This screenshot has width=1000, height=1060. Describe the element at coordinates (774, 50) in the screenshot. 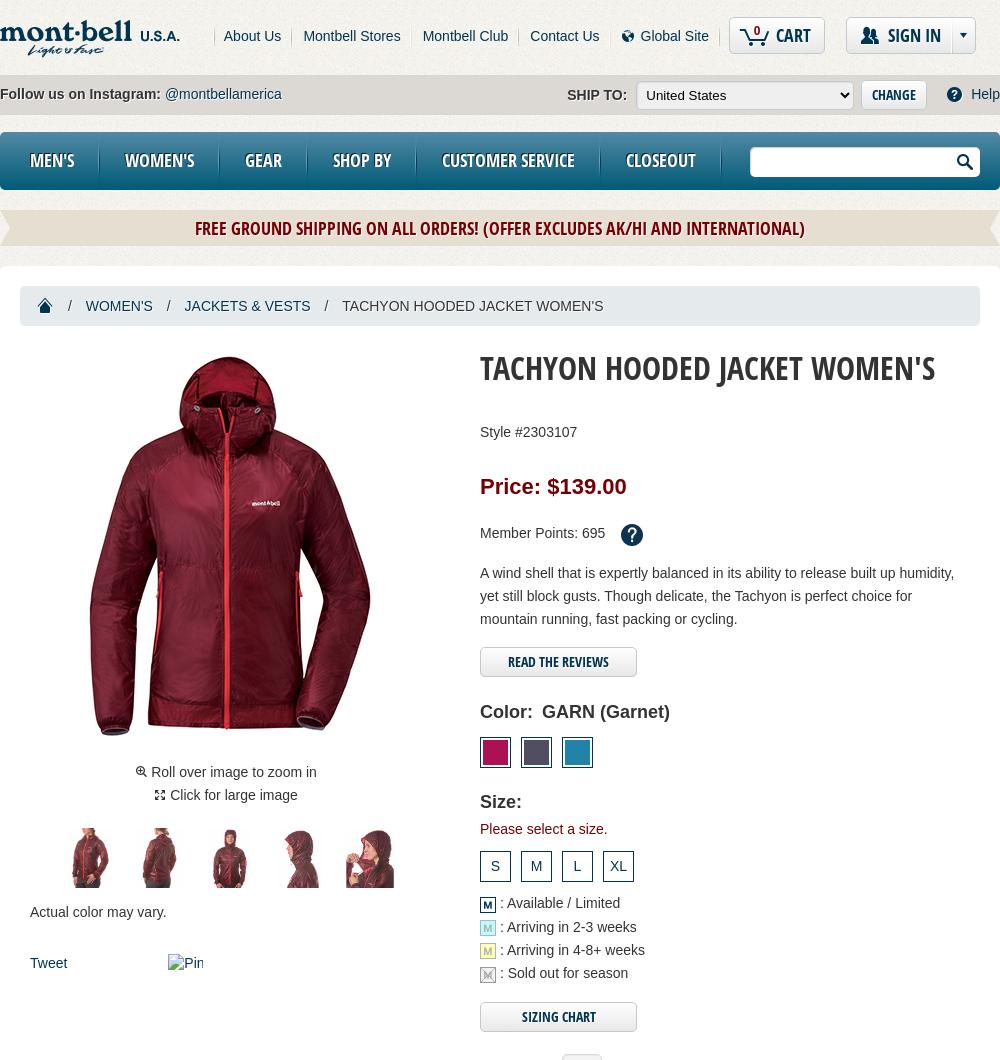

I see `'items in cart'` at that location.